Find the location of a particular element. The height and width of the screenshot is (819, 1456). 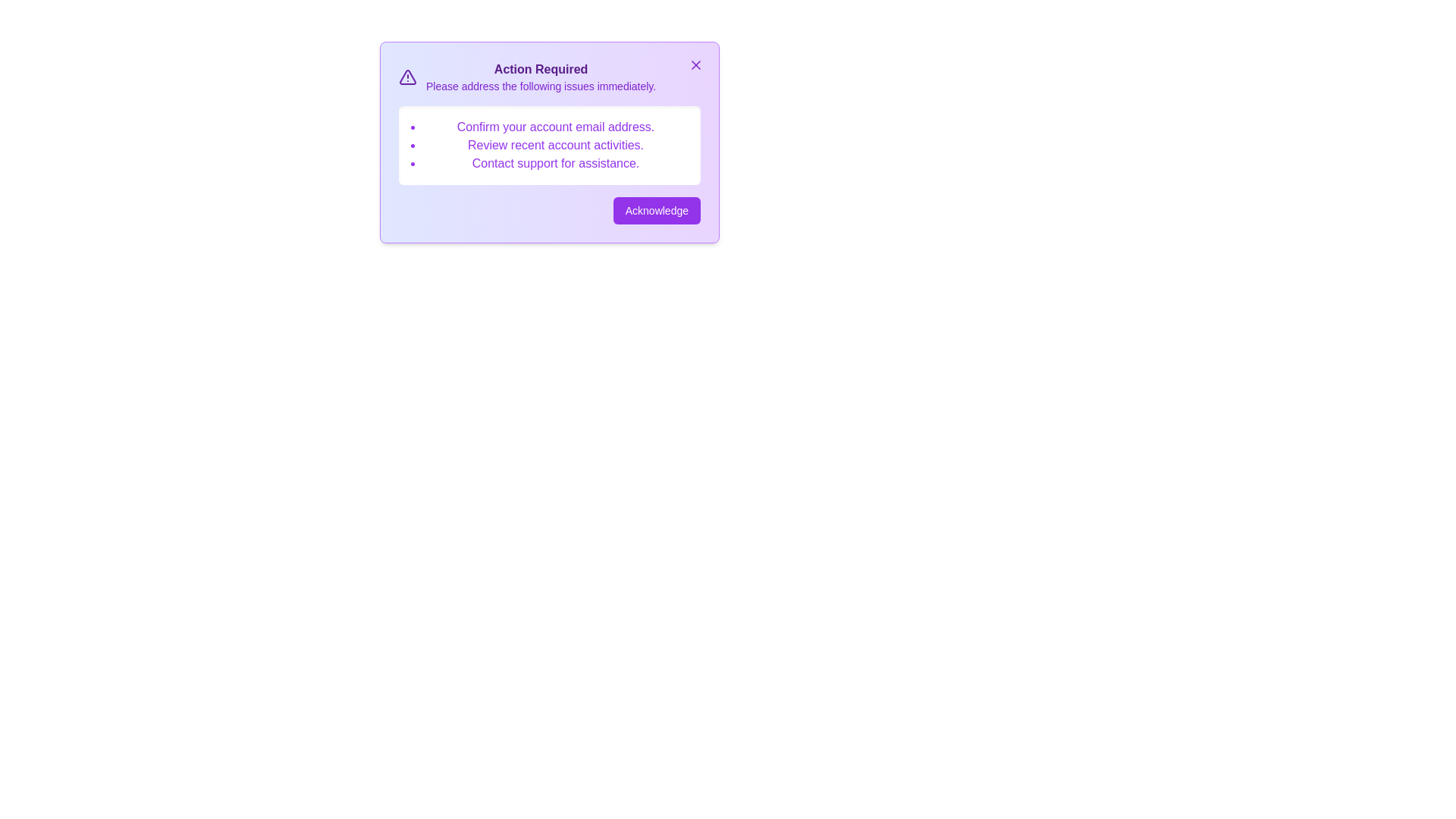

the 'Acknowledge' button to acknowledge the message is located at coordinates (656, 210).